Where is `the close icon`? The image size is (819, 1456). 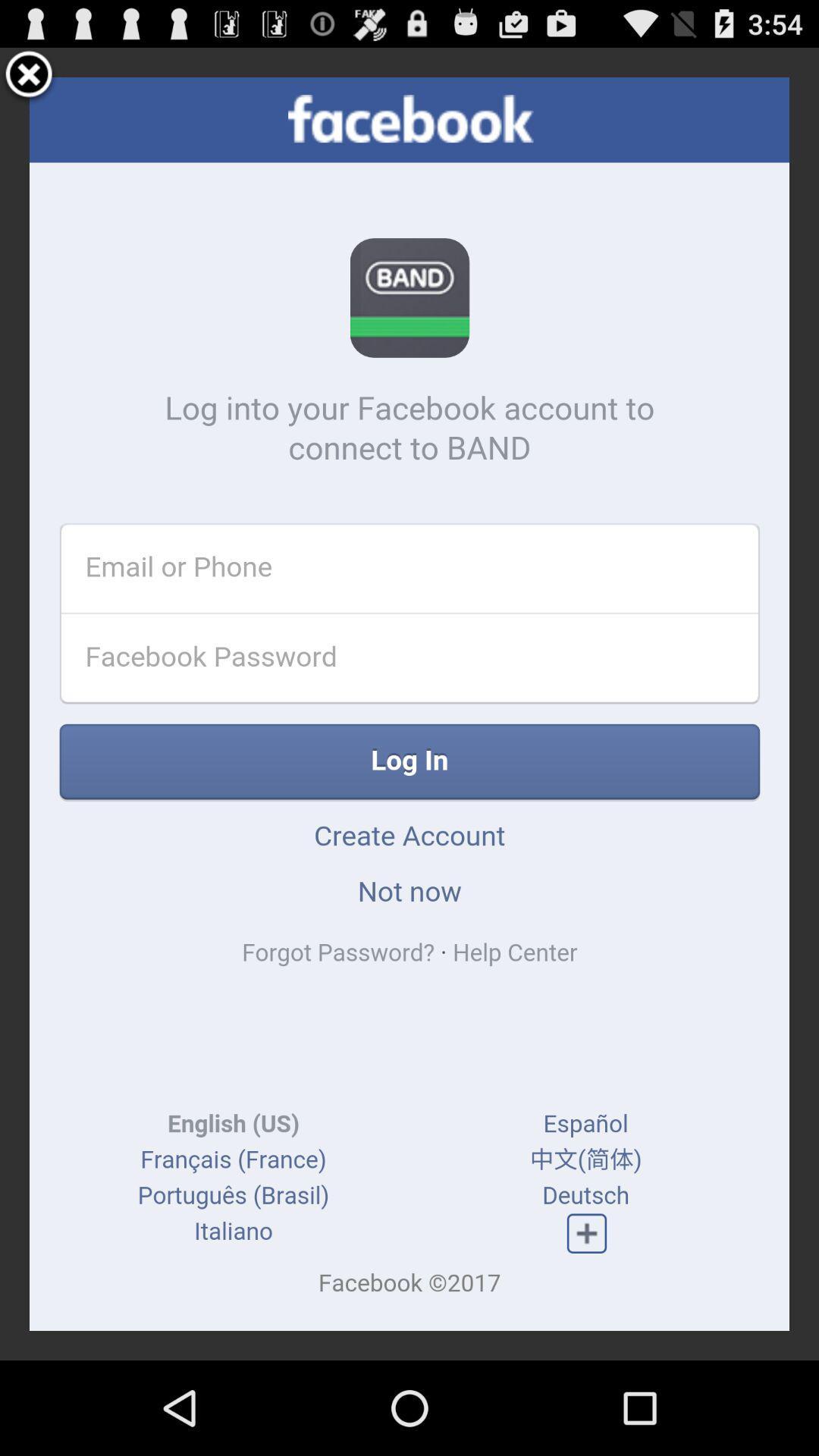
the close icon is located at coordinates (29, 81).